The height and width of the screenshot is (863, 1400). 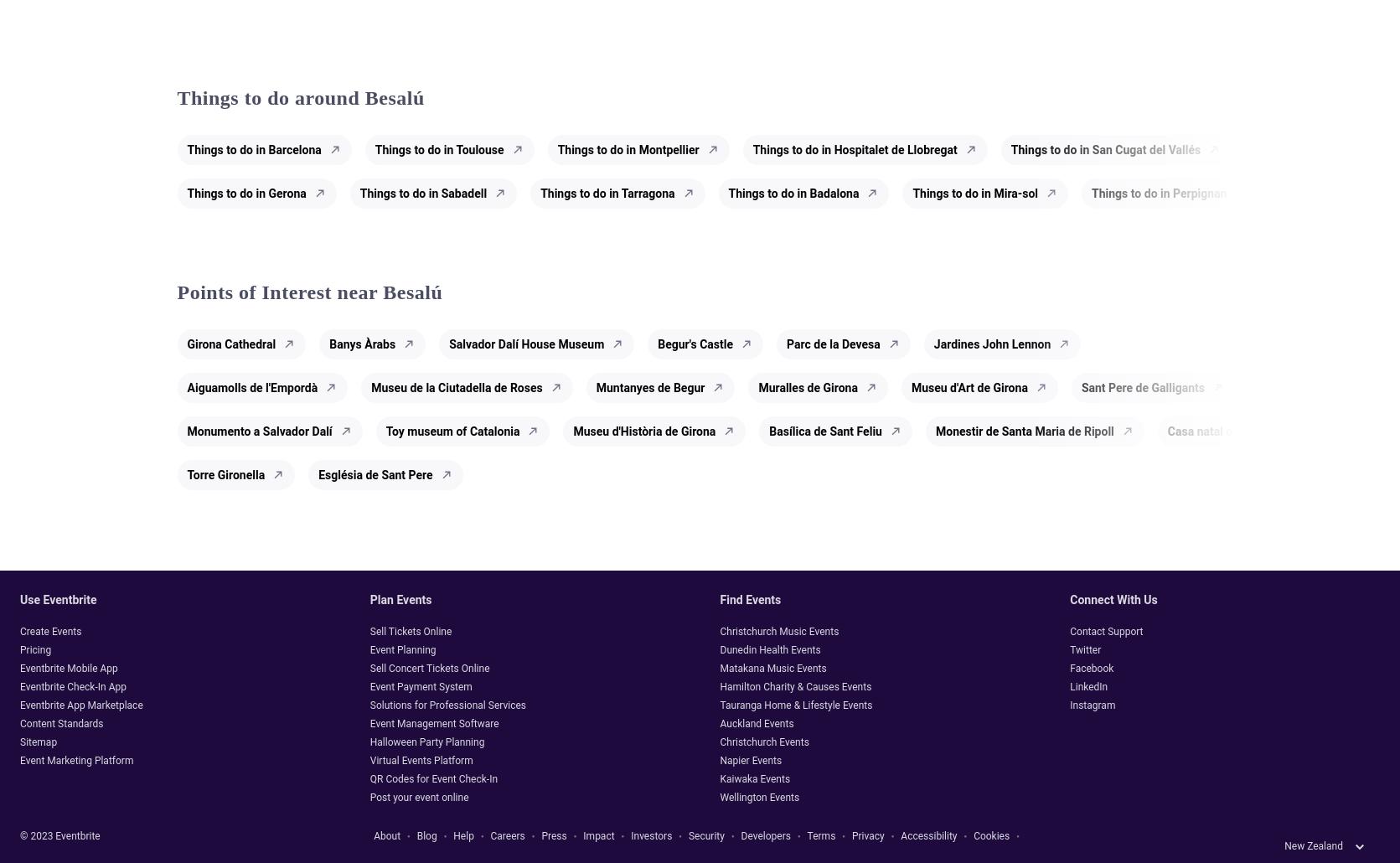 I want to click on 'Things to do in San Cugat del Vallés', so click(x=1105, y=148).